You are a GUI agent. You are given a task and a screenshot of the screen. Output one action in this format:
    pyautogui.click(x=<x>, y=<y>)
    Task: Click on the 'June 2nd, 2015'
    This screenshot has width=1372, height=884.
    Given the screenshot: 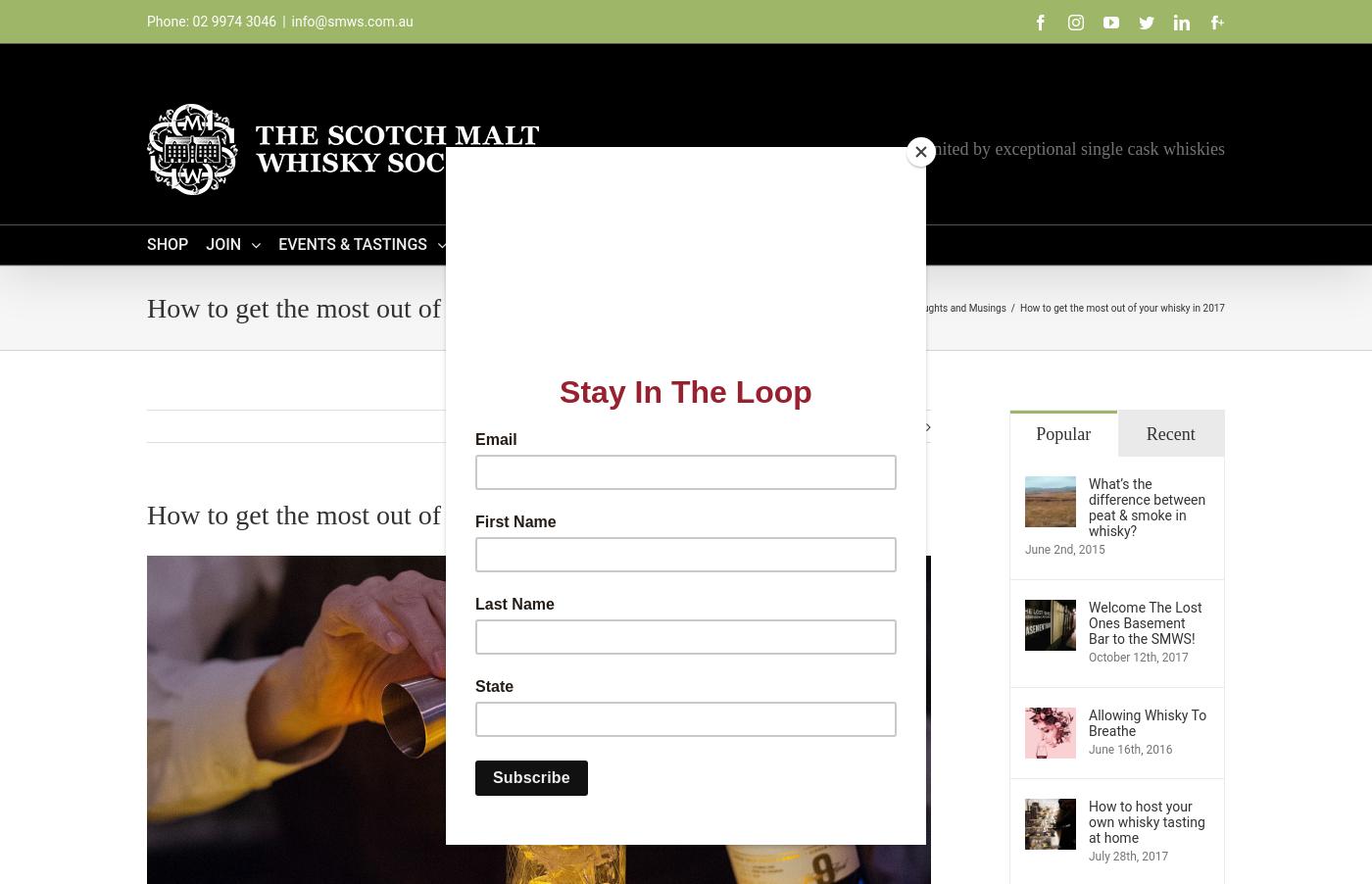 What is the action you would take?
    pyautogui.click(x=1064, y=548)
    